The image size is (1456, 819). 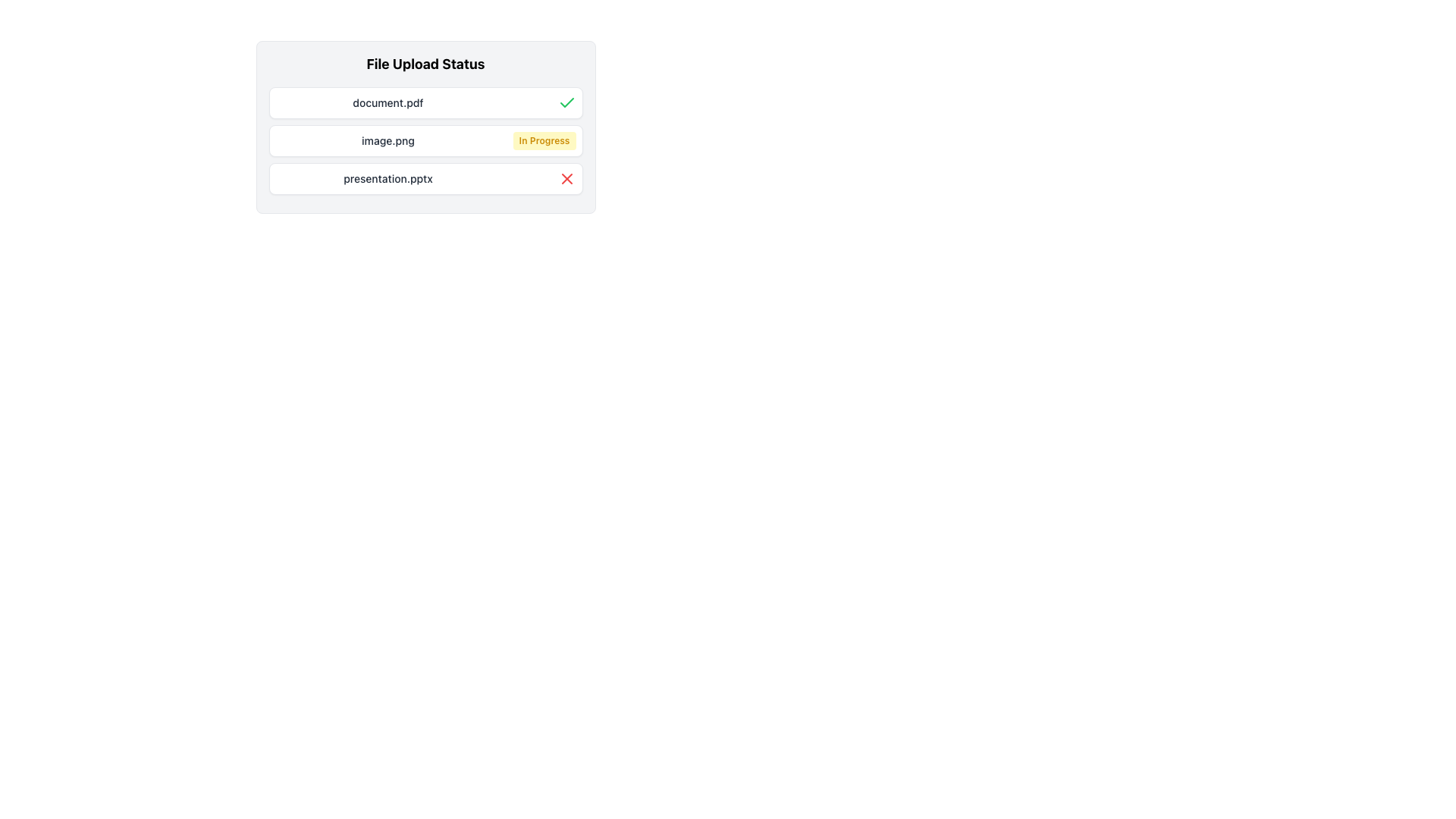 What do you see at coordinates (388, 177) in the screenshot?
I see `the static text element displaying 'presentation.pptx'` at bounding box center [388, 177].